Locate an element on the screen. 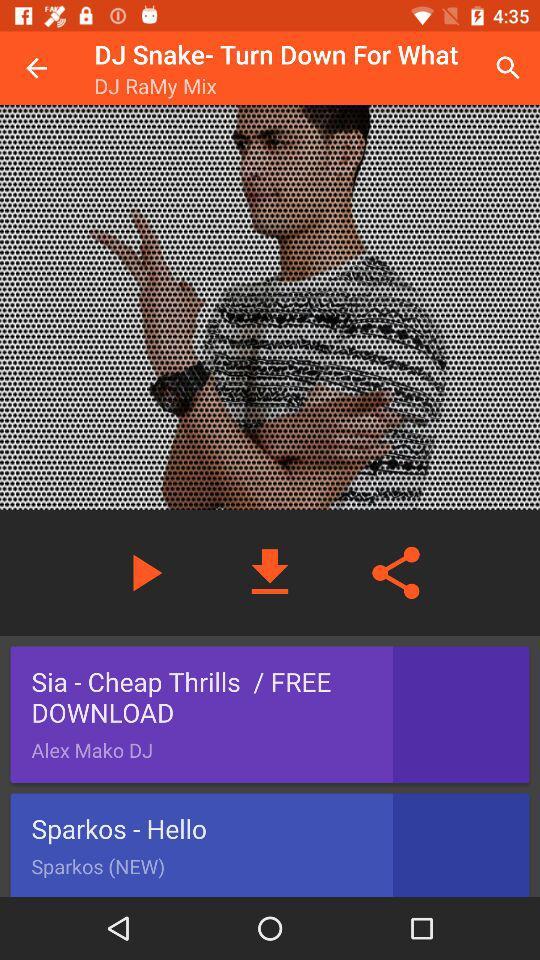  the item at the top right corner is located at coordinates (508, 68).